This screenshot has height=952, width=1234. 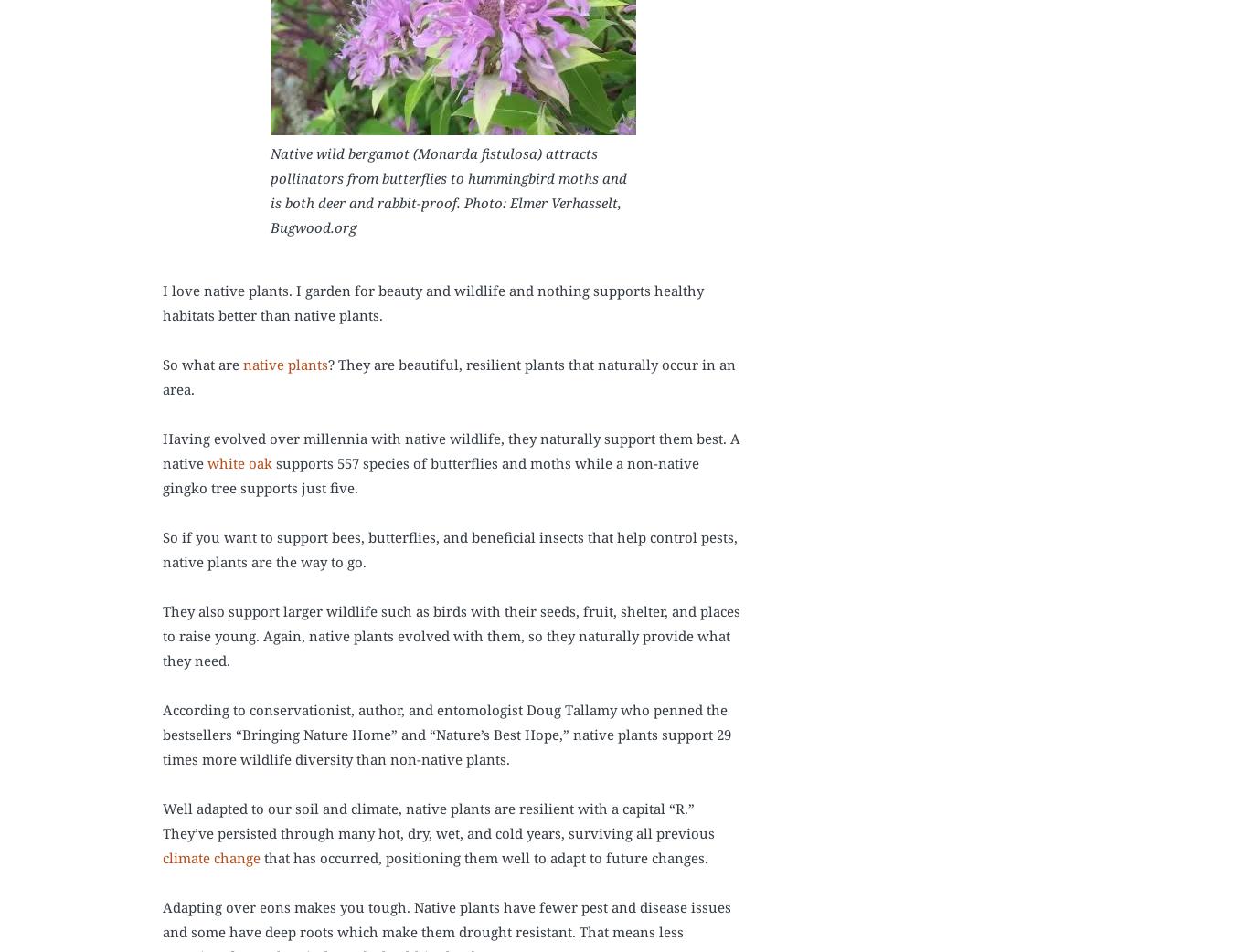 What do you see at coordinates (450, 634) in the screenshot?
I see `'They also support larger wildlife such as birds with their seeds, fruit, shelter, and places to raise young. Again, native plants evolved with them, so they naturally provide what they need.'` at bounding box center [450, 634].